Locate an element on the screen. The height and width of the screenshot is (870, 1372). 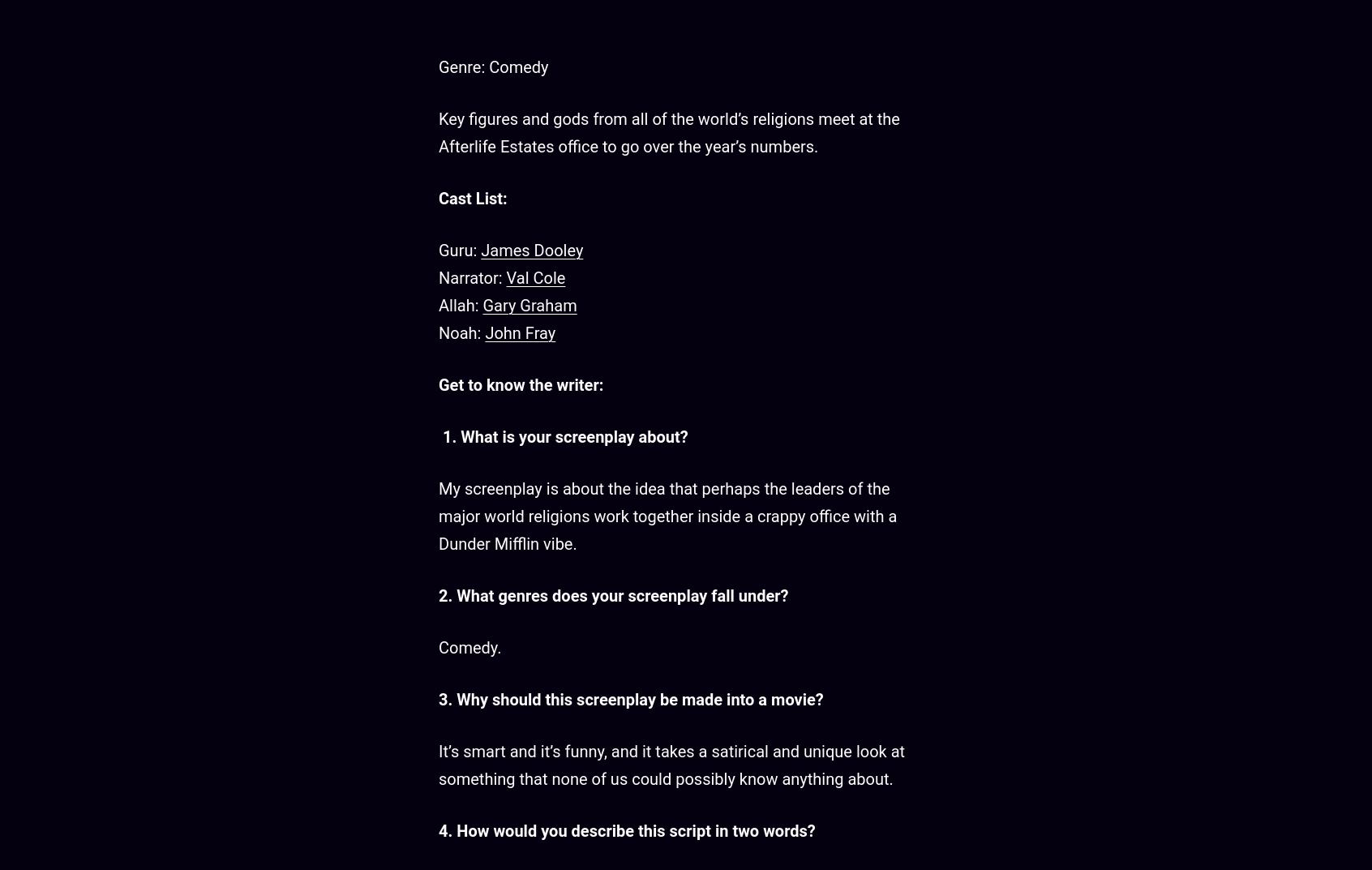
'Noah:' is located at coordinates (461, 332).